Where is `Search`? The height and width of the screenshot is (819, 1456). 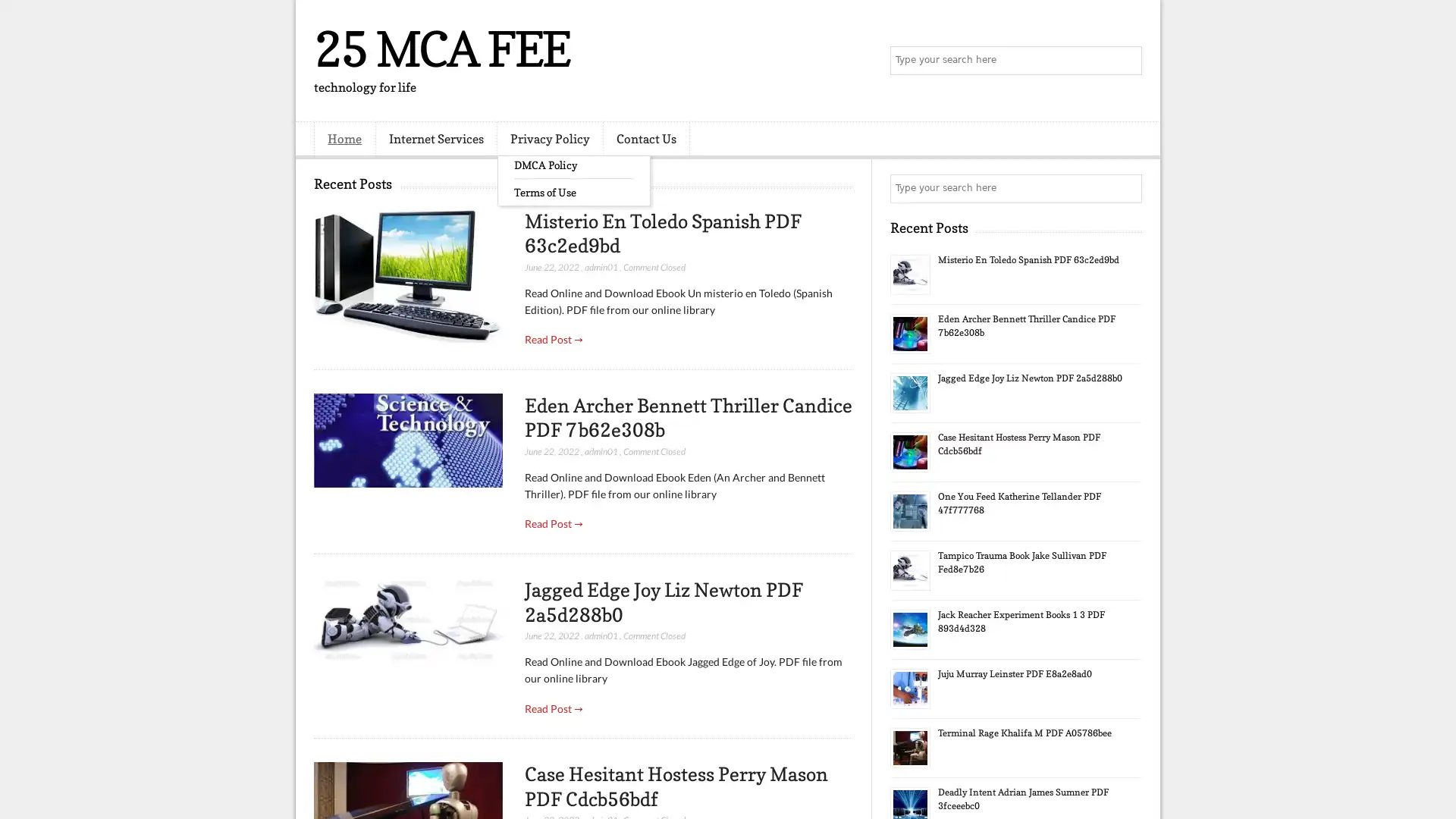 Search is located at coordinates (1126, 61).